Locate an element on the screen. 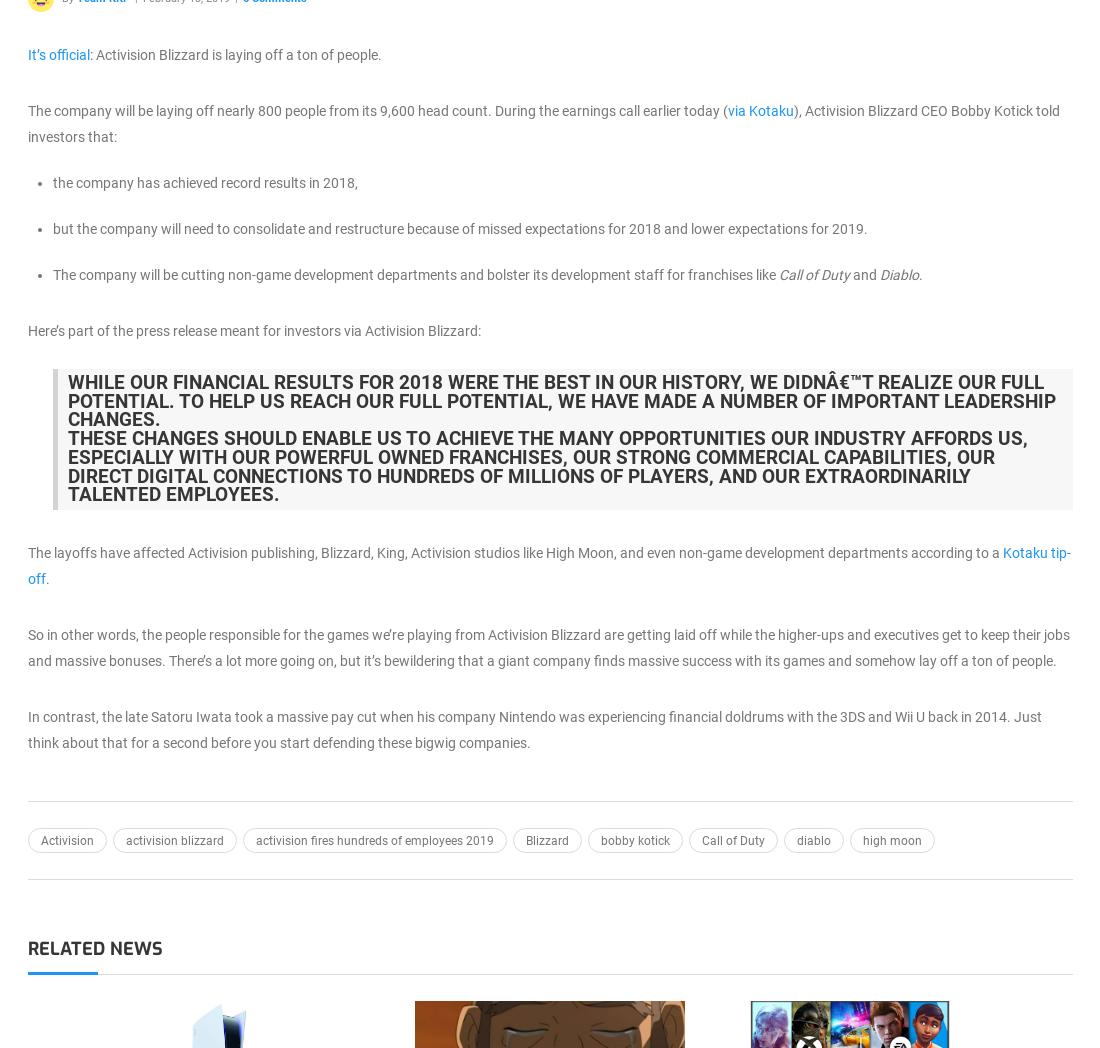  'the company has achieved record results in 2018,' is located at coordinates (51, 181).